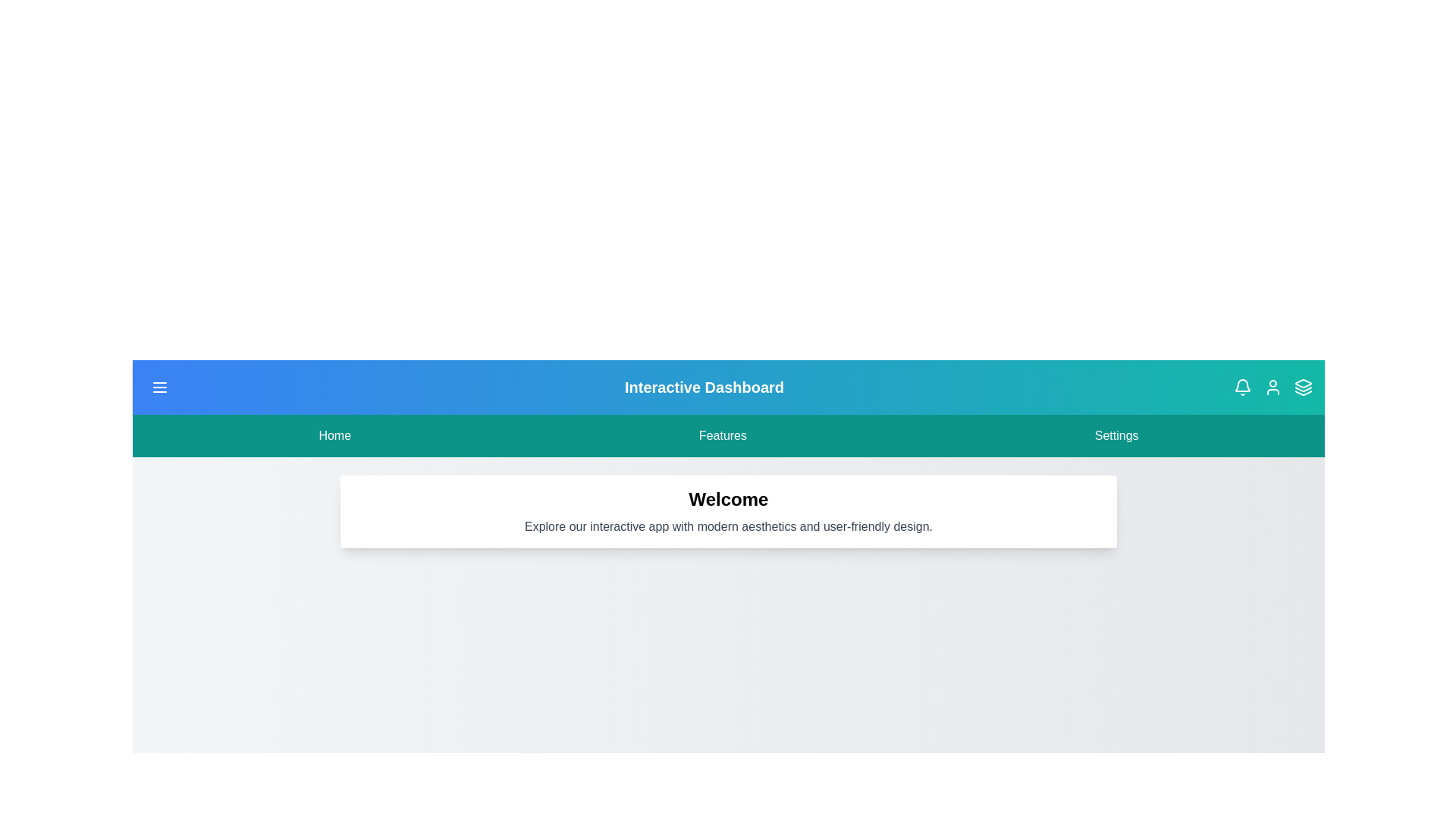 This screenshot has height=819, width=1456. I want to click on the Features link in the navigation bar to navigate to the corresponding section, so click(722, 435).